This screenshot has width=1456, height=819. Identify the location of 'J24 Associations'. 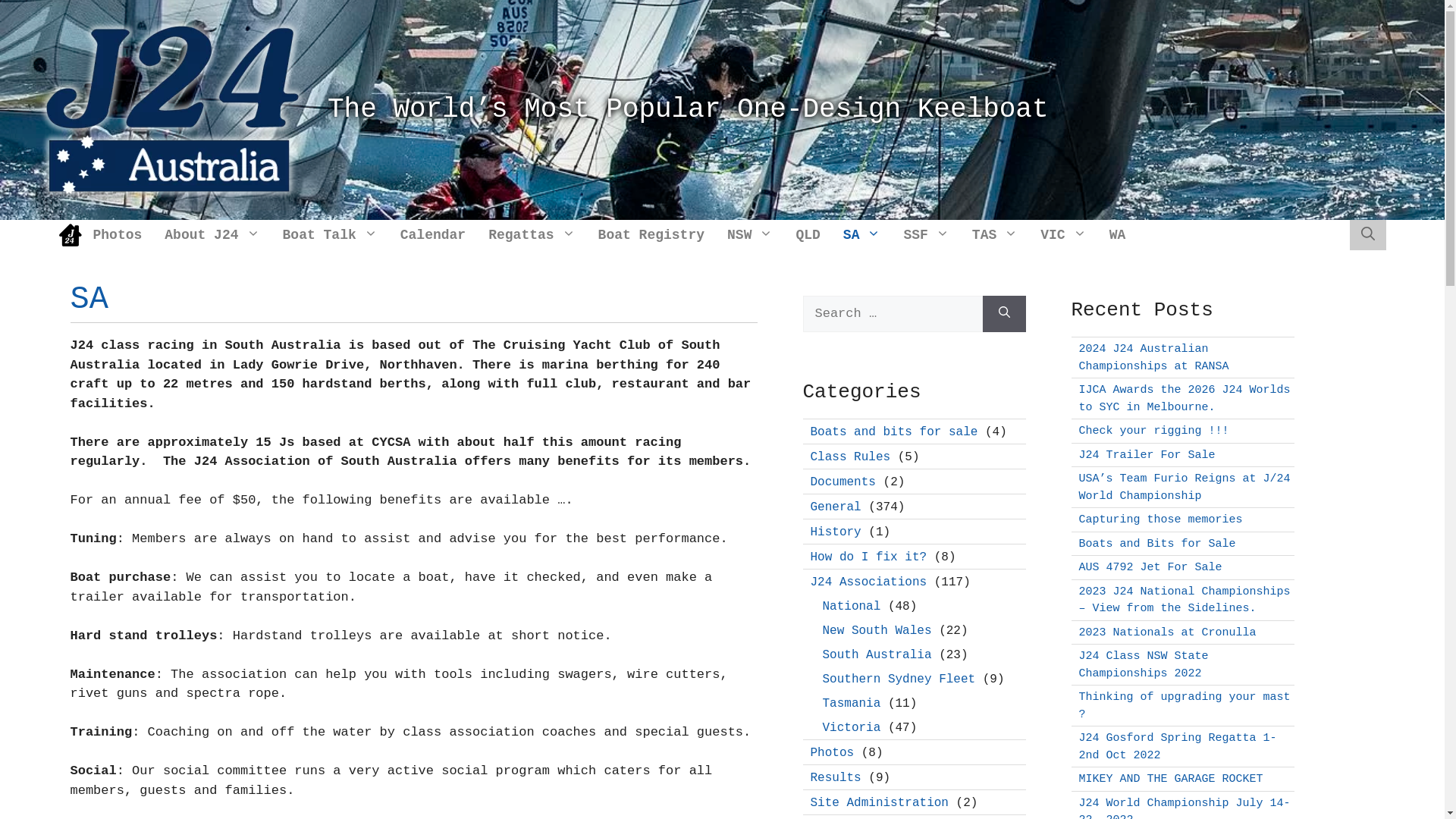
(868, 581).